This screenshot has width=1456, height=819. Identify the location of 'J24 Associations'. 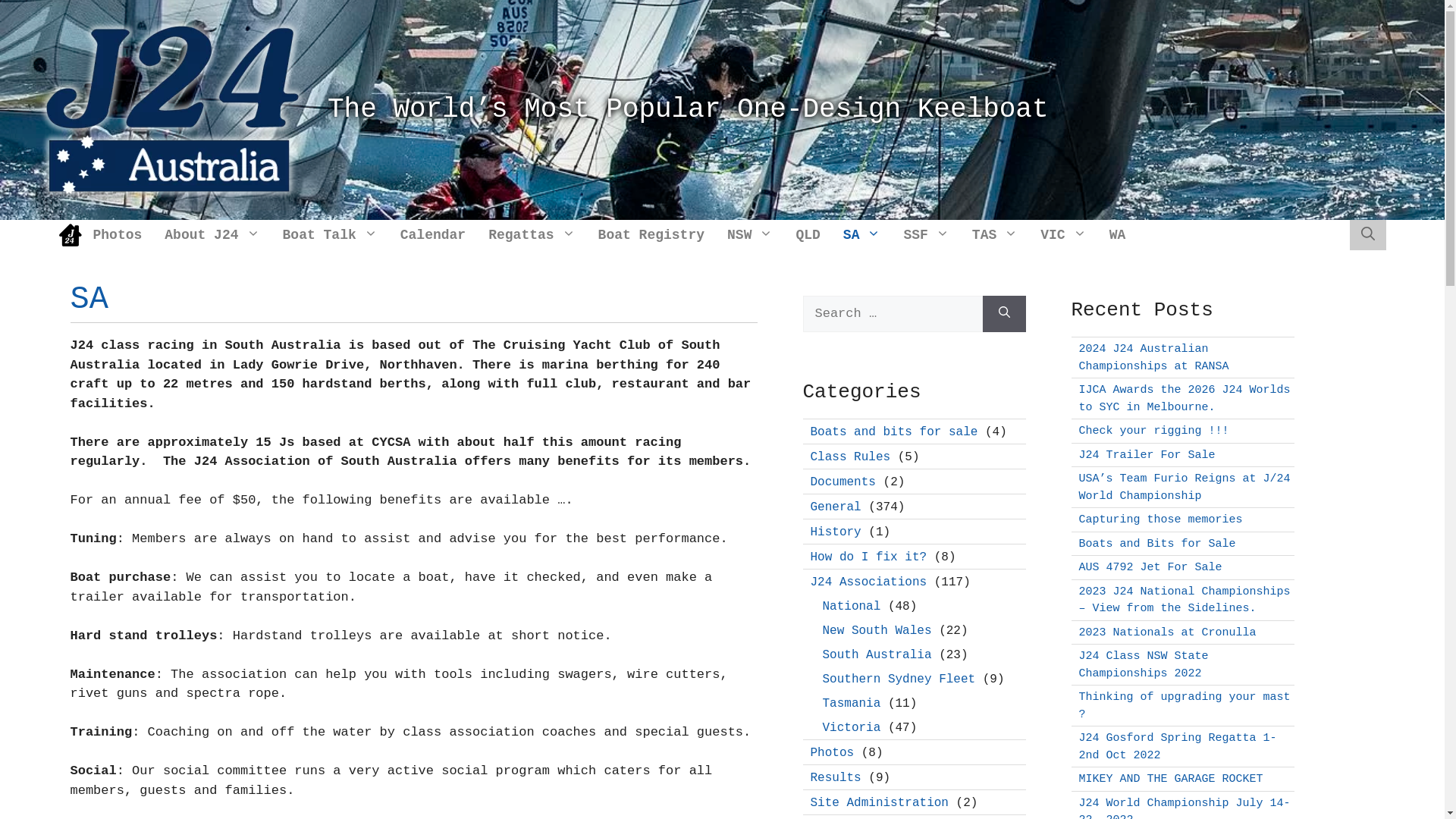
(868, 581).